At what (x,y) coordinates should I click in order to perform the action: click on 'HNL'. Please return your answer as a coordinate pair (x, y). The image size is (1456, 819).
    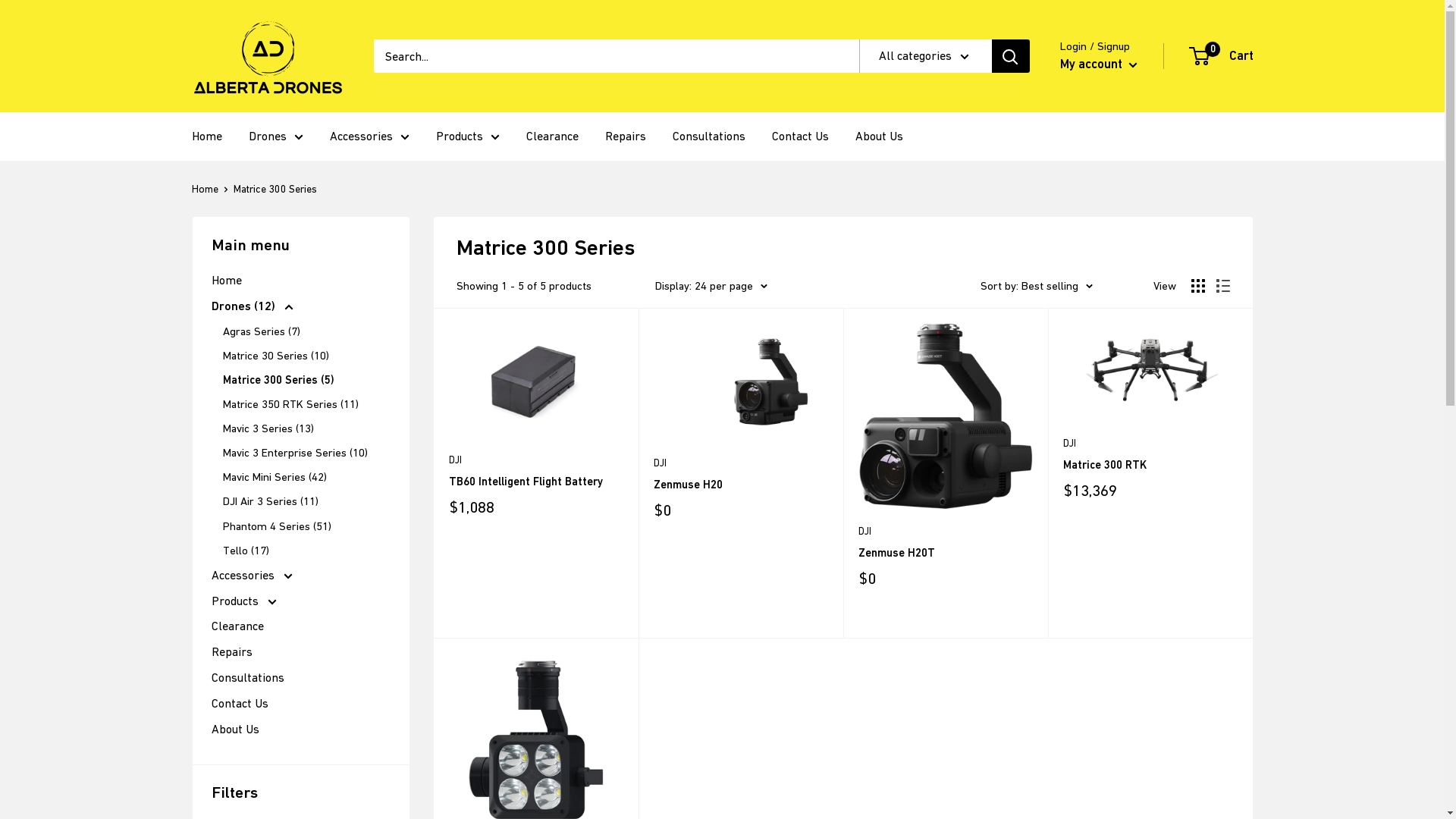
    Looking at the image, I should click on (229, 45).